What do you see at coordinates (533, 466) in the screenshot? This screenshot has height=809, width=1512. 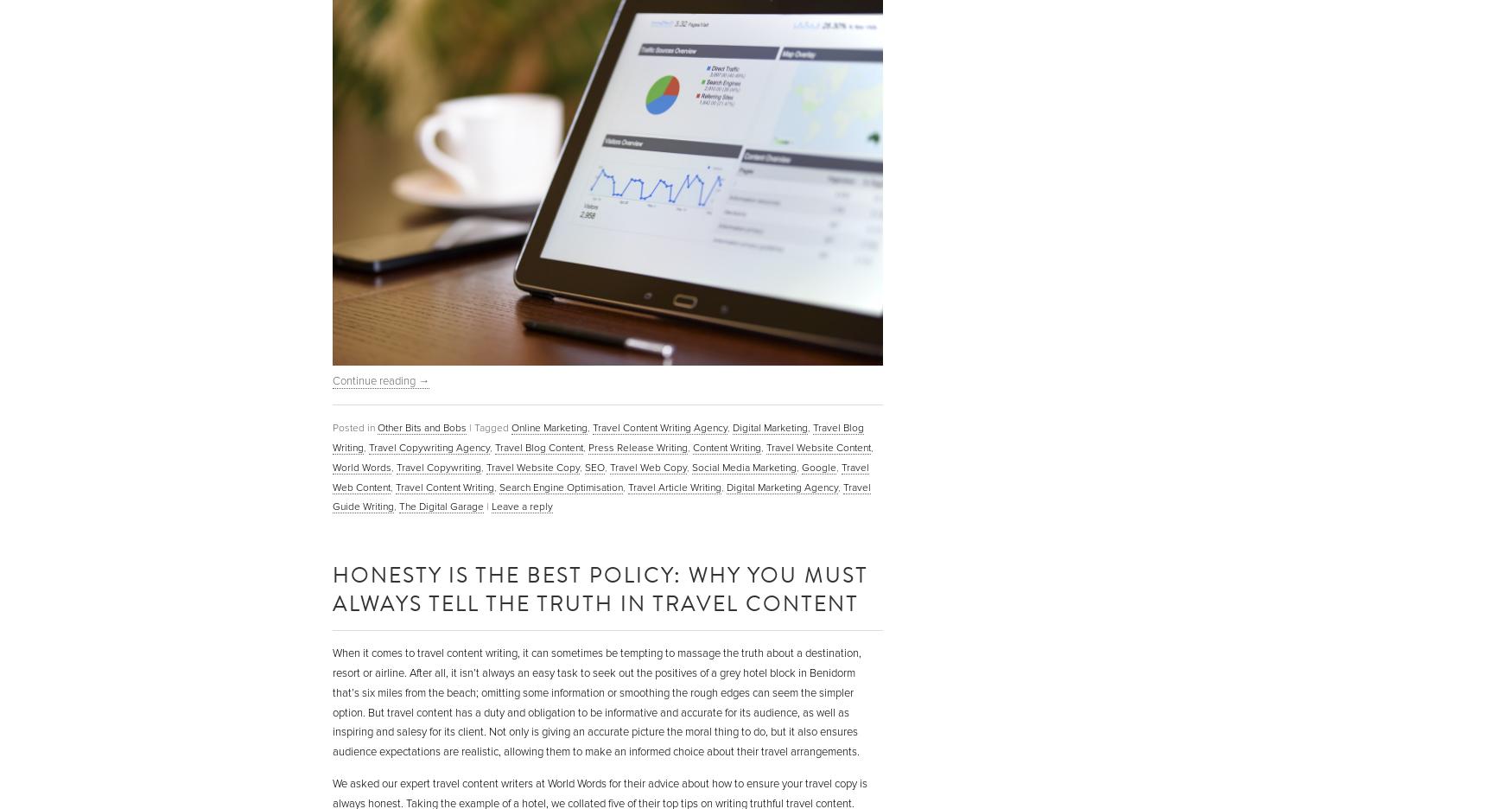 I see `'Travel Website Copy'` at bounding box center [533, 466].